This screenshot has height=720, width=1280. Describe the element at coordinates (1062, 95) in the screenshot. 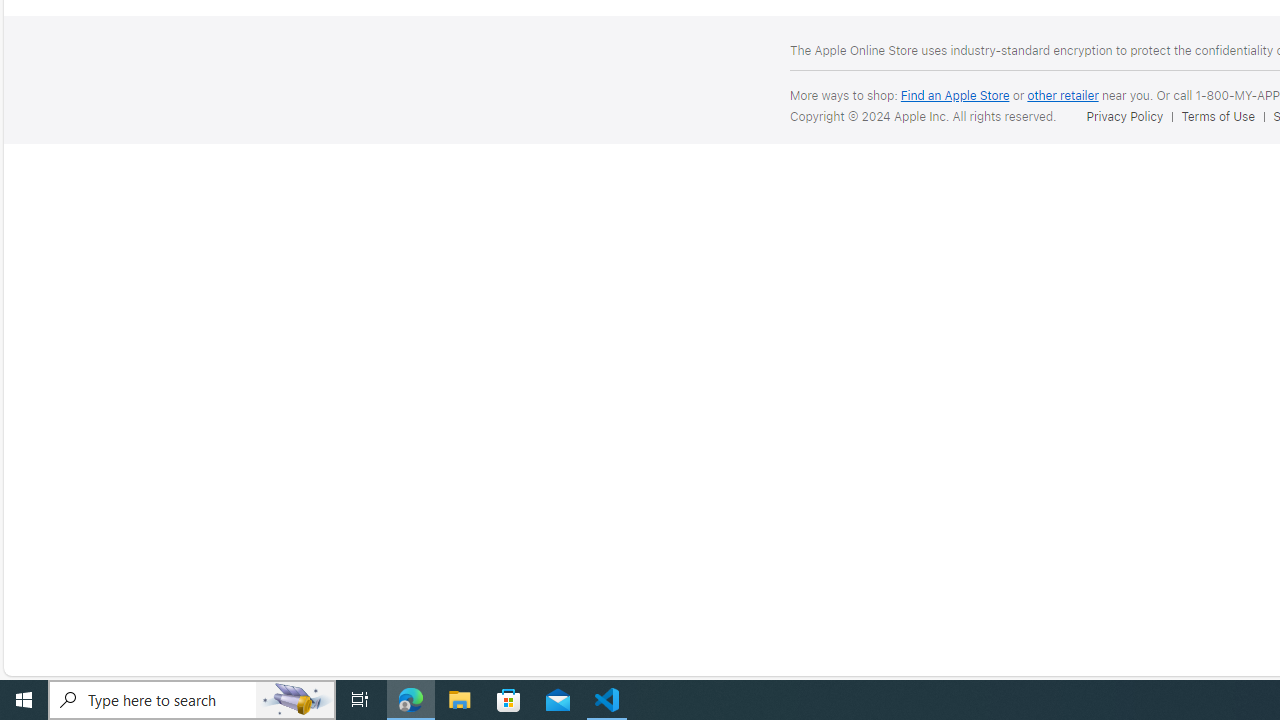

I see `'other retailer'` at that location.